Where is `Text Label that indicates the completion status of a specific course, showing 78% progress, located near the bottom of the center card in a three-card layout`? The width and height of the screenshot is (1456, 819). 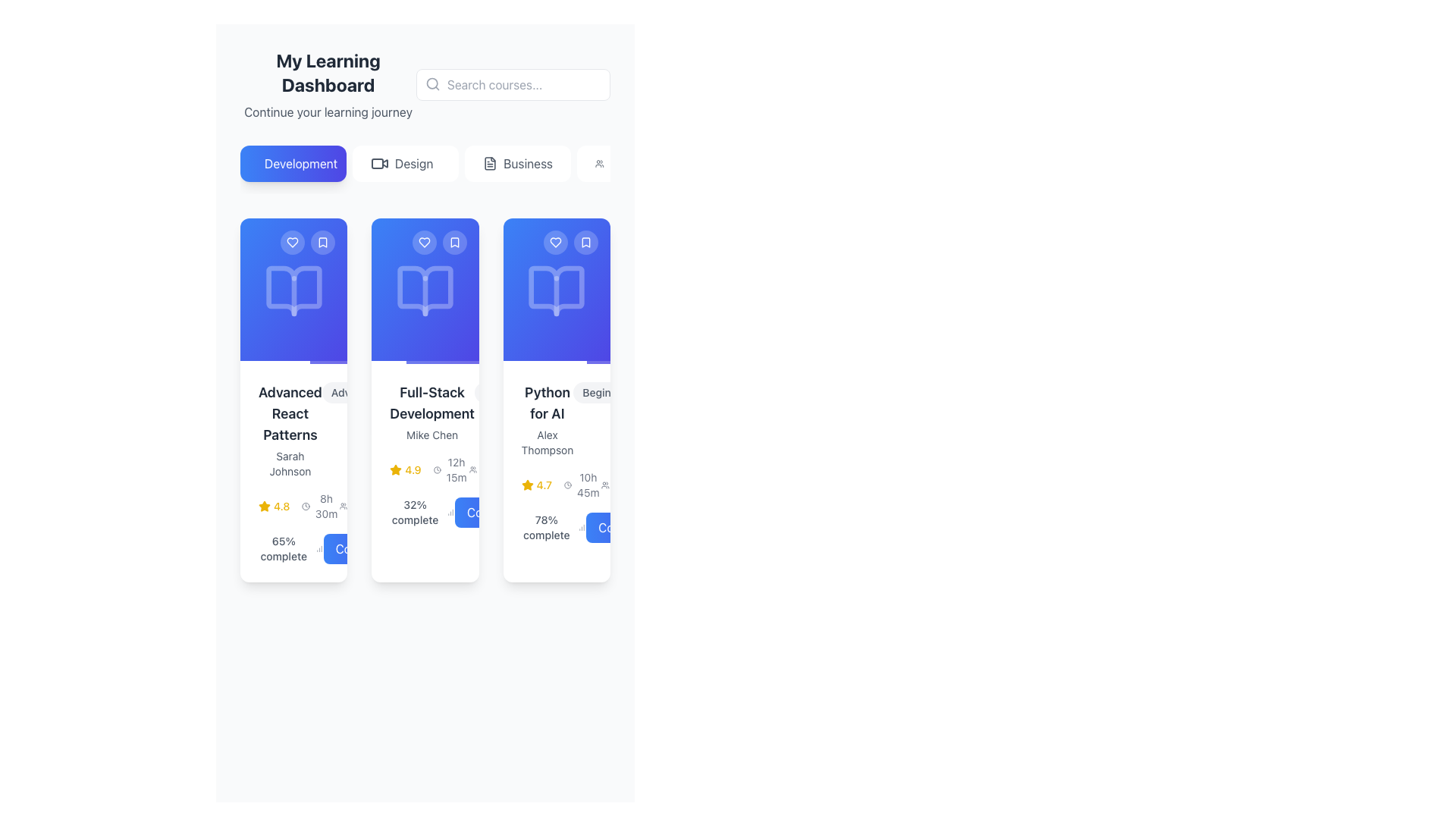
Text Label that indicates the completion status of a specific course, showing 78% progress, located near the bottom of the center card in a three-card layout is located at coordinates (546, 526).